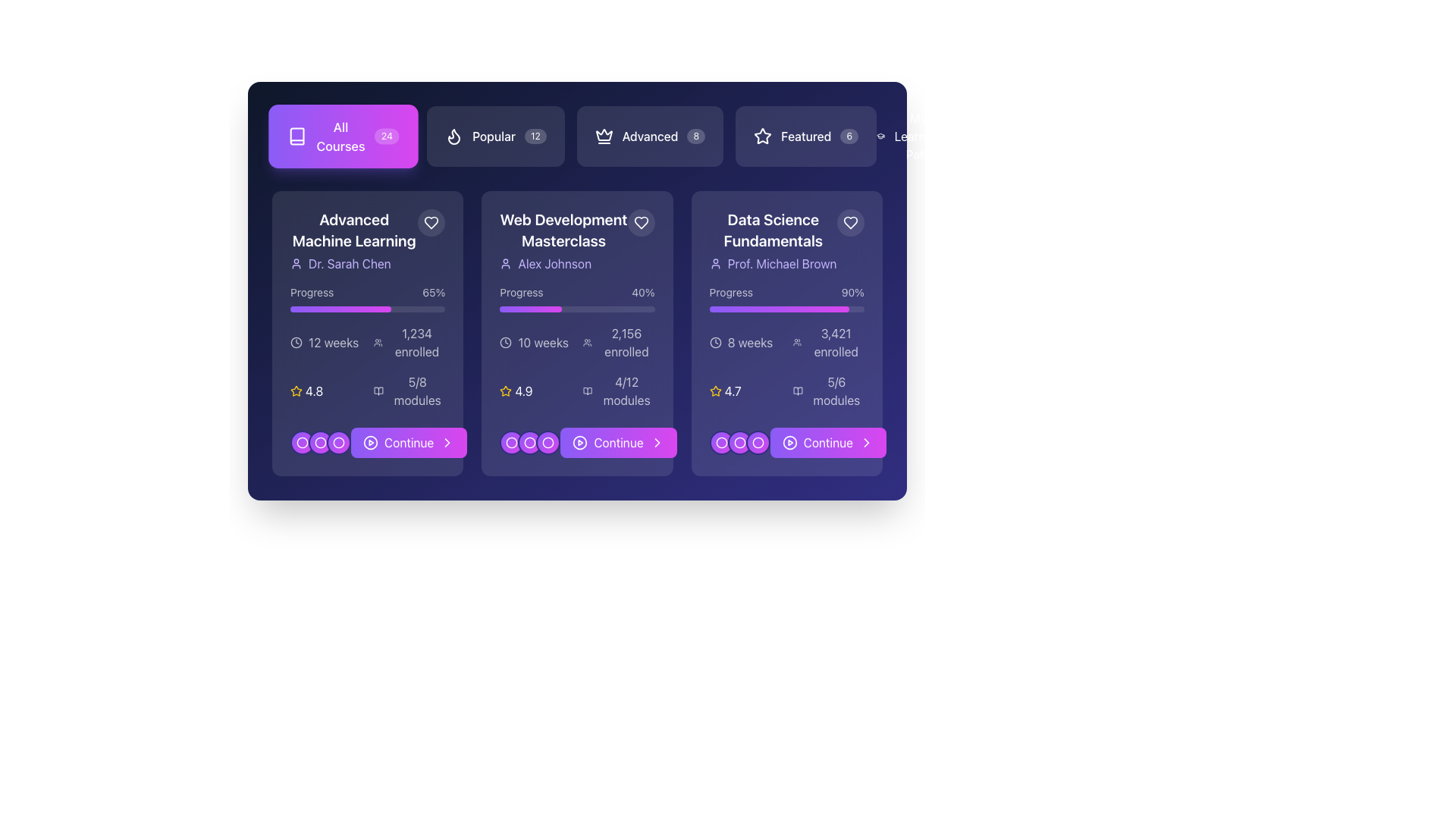 The width and height of the screenshot is (1456, 819). I want to click on the Informational label displaying '3,421 enrolled' with a user icon, located in the rightmost card of a grid layout, positioned below '8 weeks' and above '4.7', so click(827, 342).